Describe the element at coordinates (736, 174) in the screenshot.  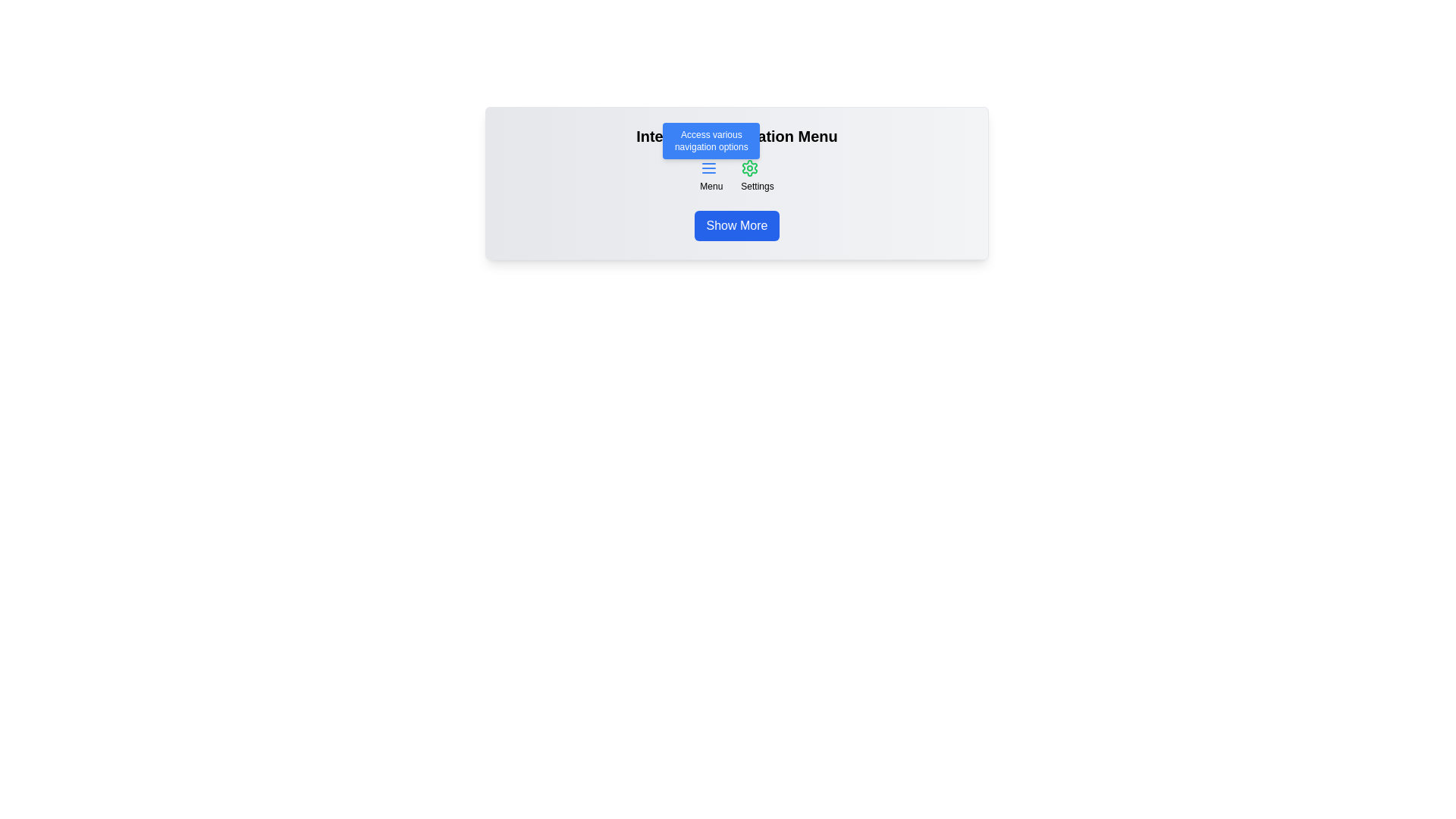
I see `the navigation menu icons in the 'Interactive Navigation Menu' section` at that location.